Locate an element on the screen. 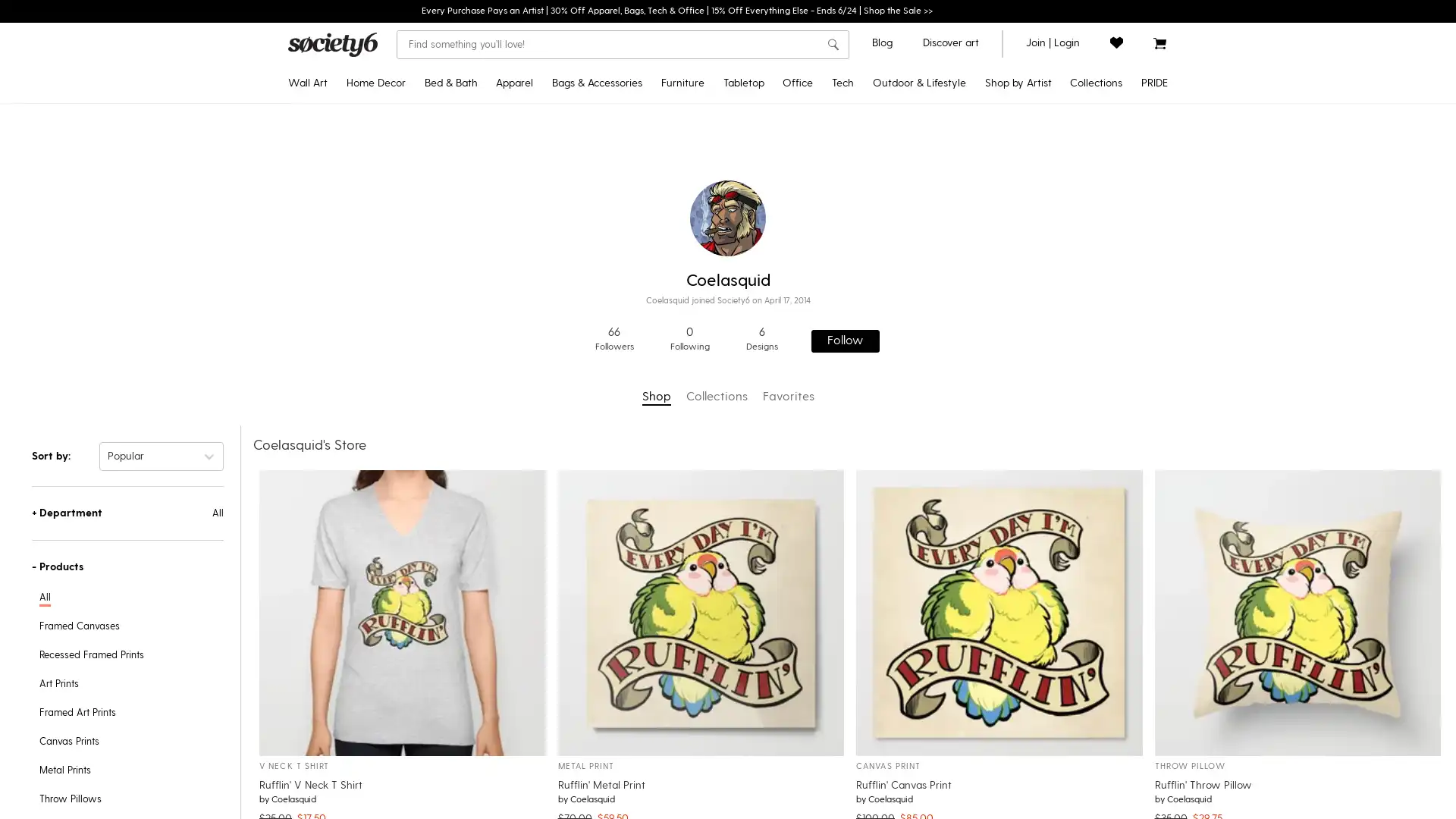 This screenshot has height=819, width=1456. Yoga Mats is located at coordinates (939, 146).